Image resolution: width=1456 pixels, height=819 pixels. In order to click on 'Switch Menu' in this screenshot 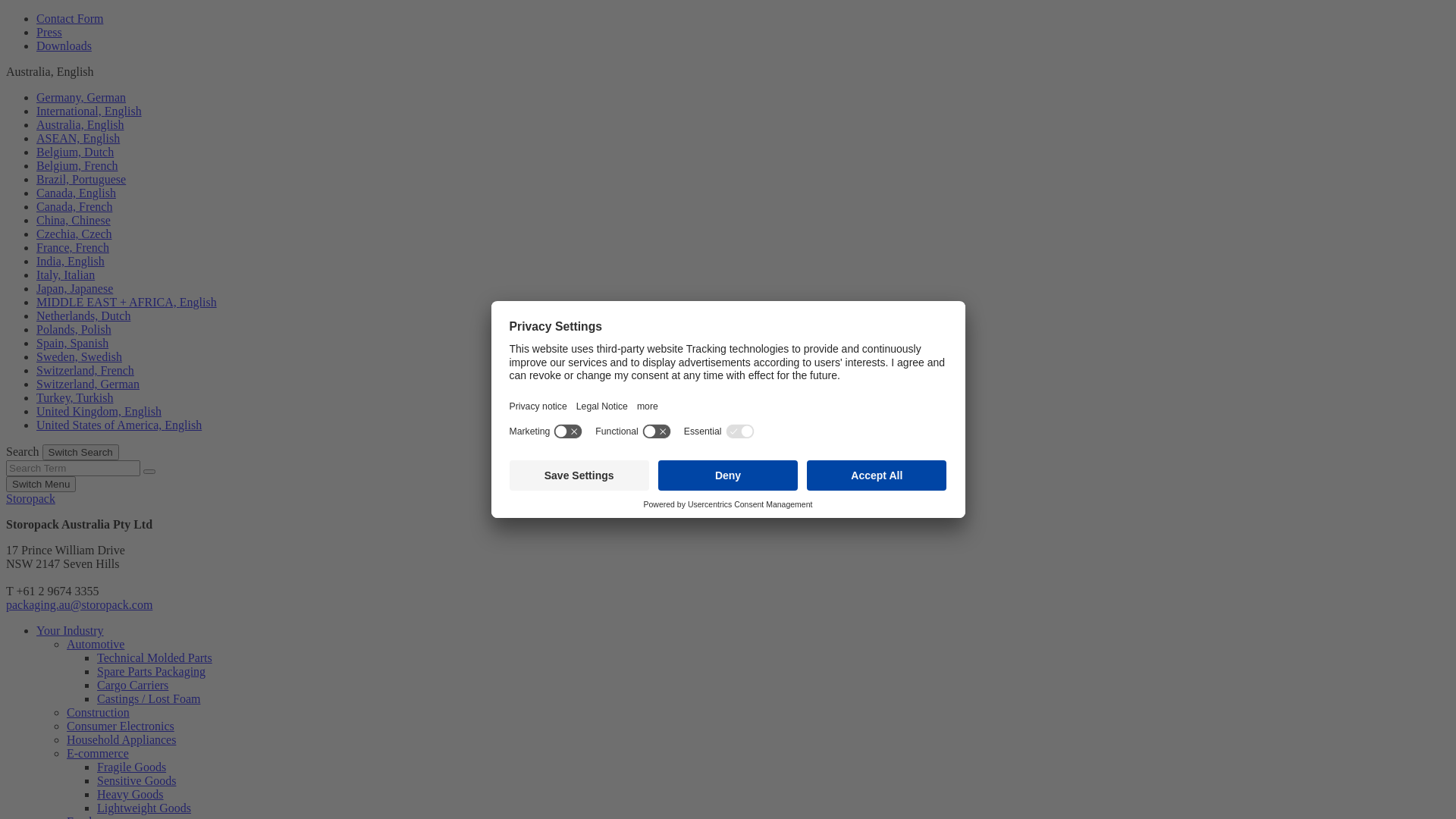, I will do `click(40, 484)`.